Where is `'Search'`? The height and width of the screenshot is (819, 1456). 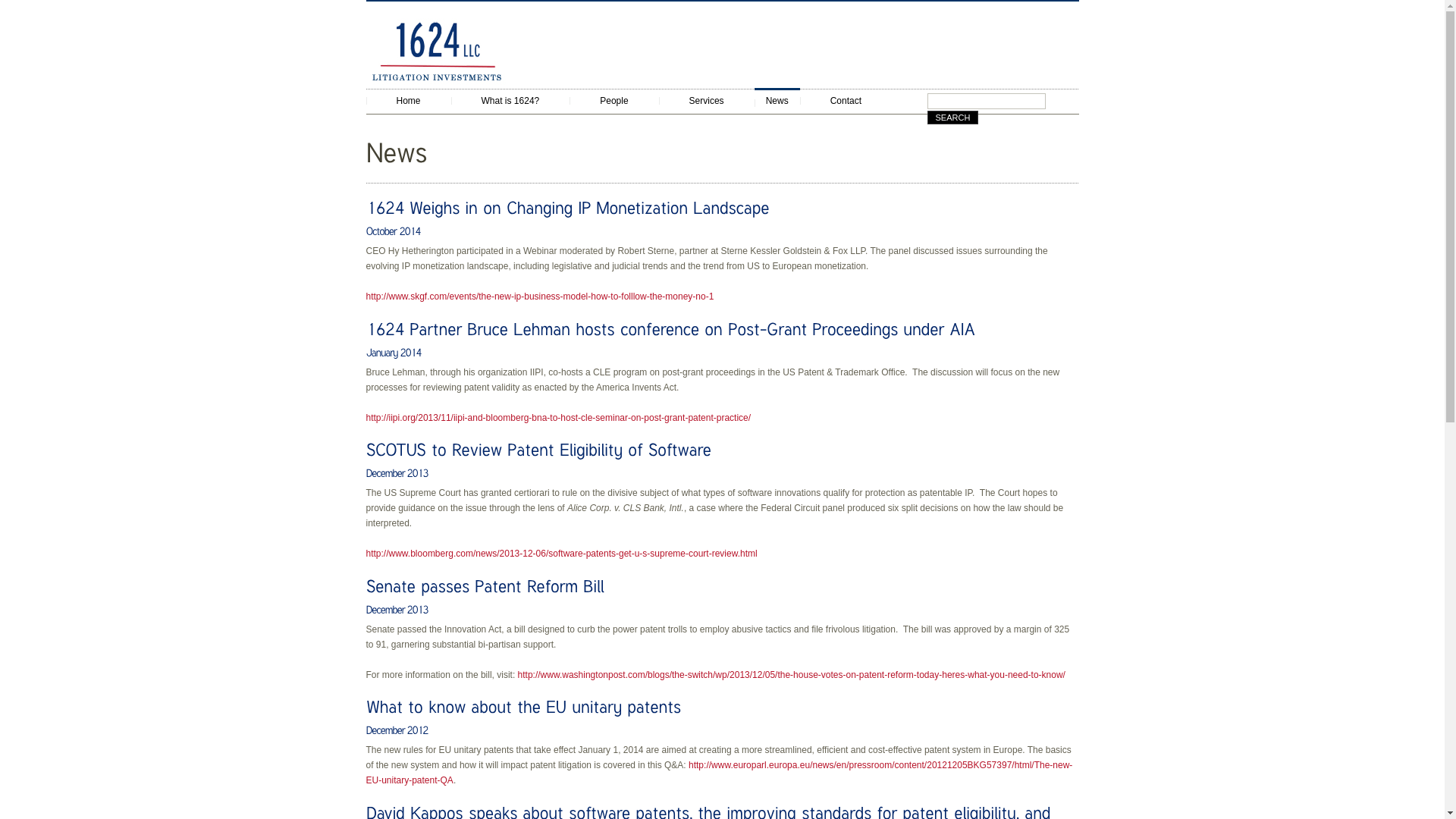 'Search' is located at coordinates (952, 116).